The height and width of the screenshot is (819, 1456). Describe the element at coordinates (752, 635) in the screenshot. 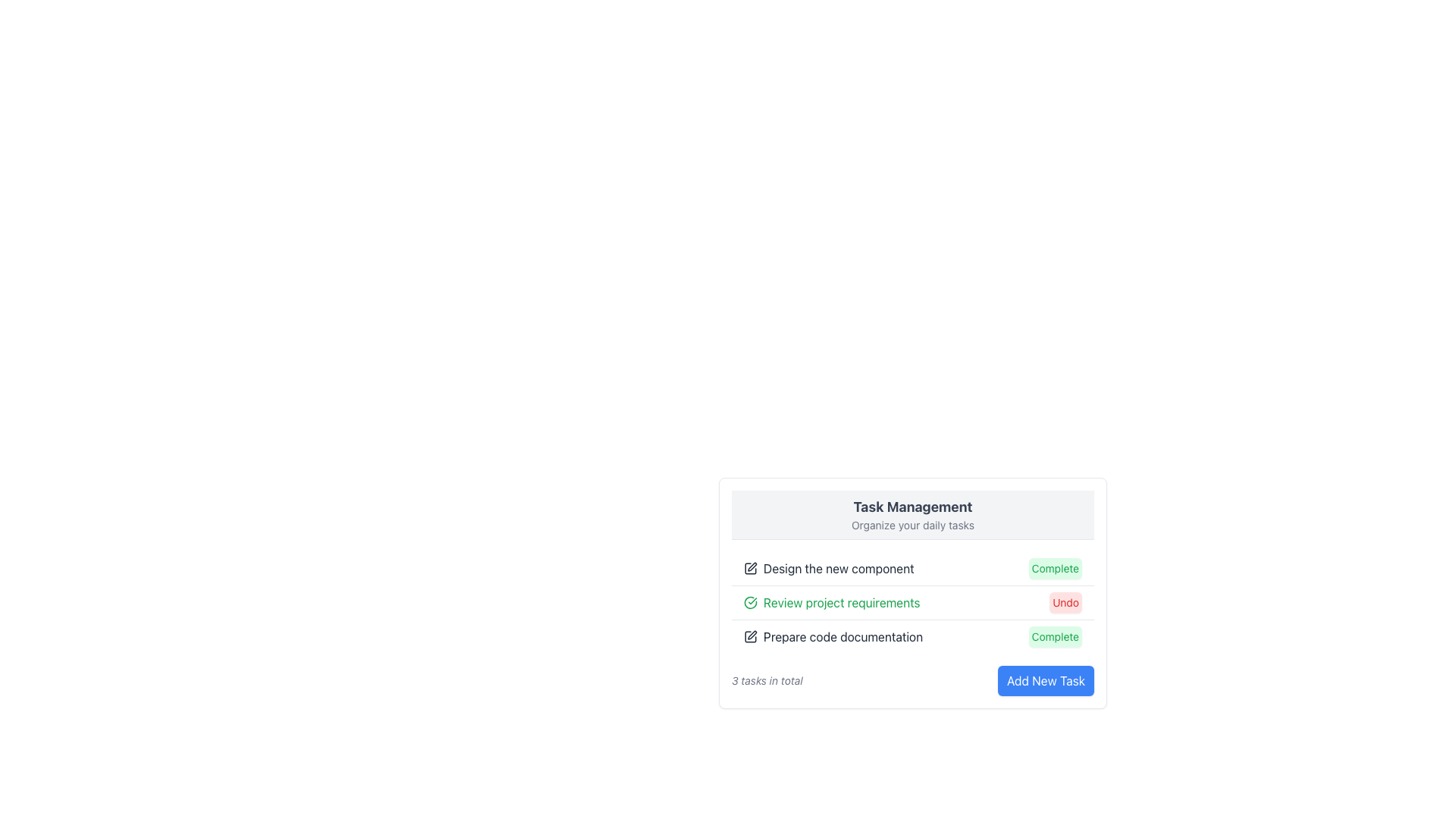

I see `the pencil icon within a square outline` at that location.